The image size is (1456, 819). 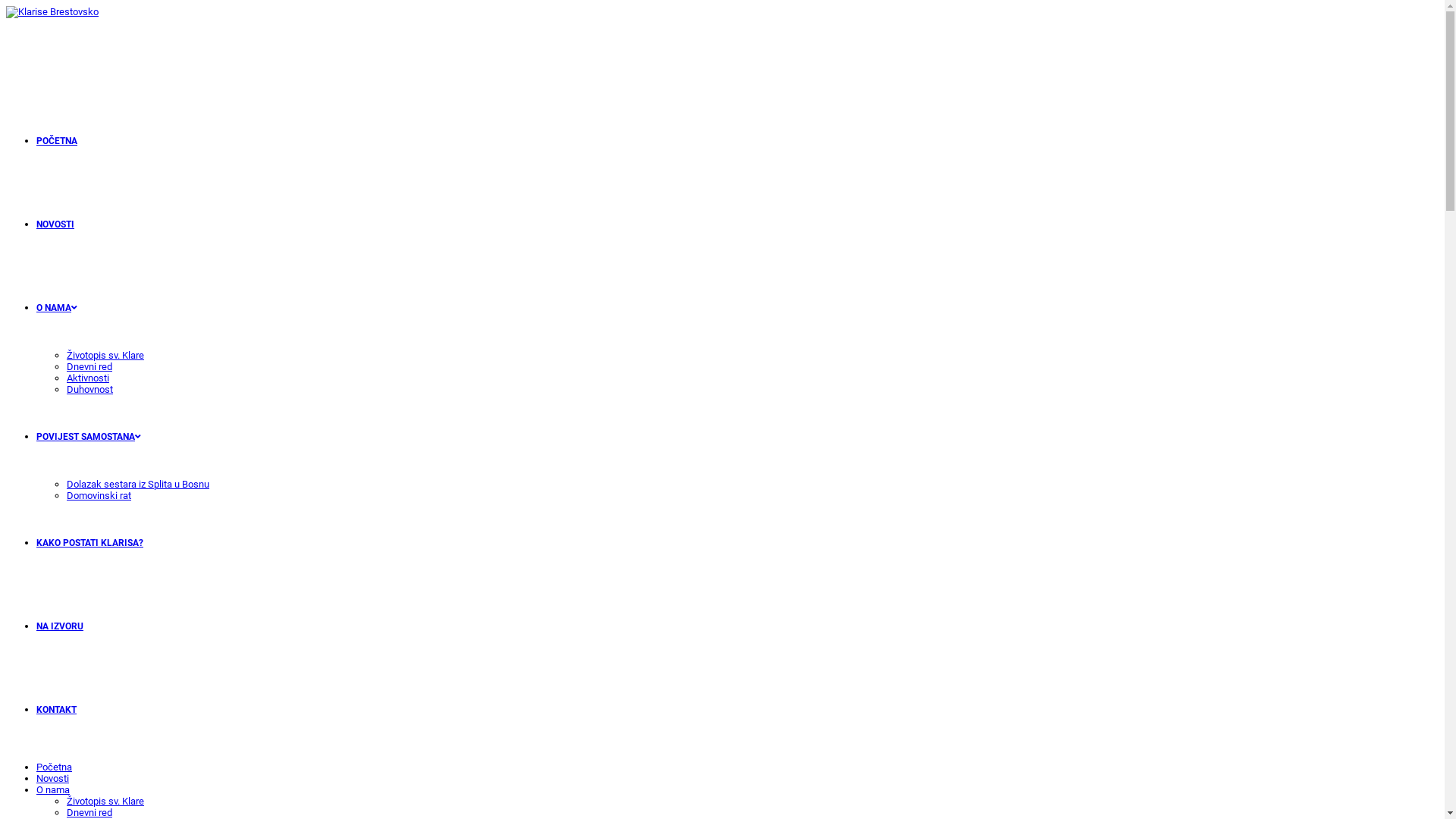 What do you see at coordinates (89, 542) in the screenshot?
I see `'KAKO POSTATI KLARISA?'` at bounding box center [89, 542].